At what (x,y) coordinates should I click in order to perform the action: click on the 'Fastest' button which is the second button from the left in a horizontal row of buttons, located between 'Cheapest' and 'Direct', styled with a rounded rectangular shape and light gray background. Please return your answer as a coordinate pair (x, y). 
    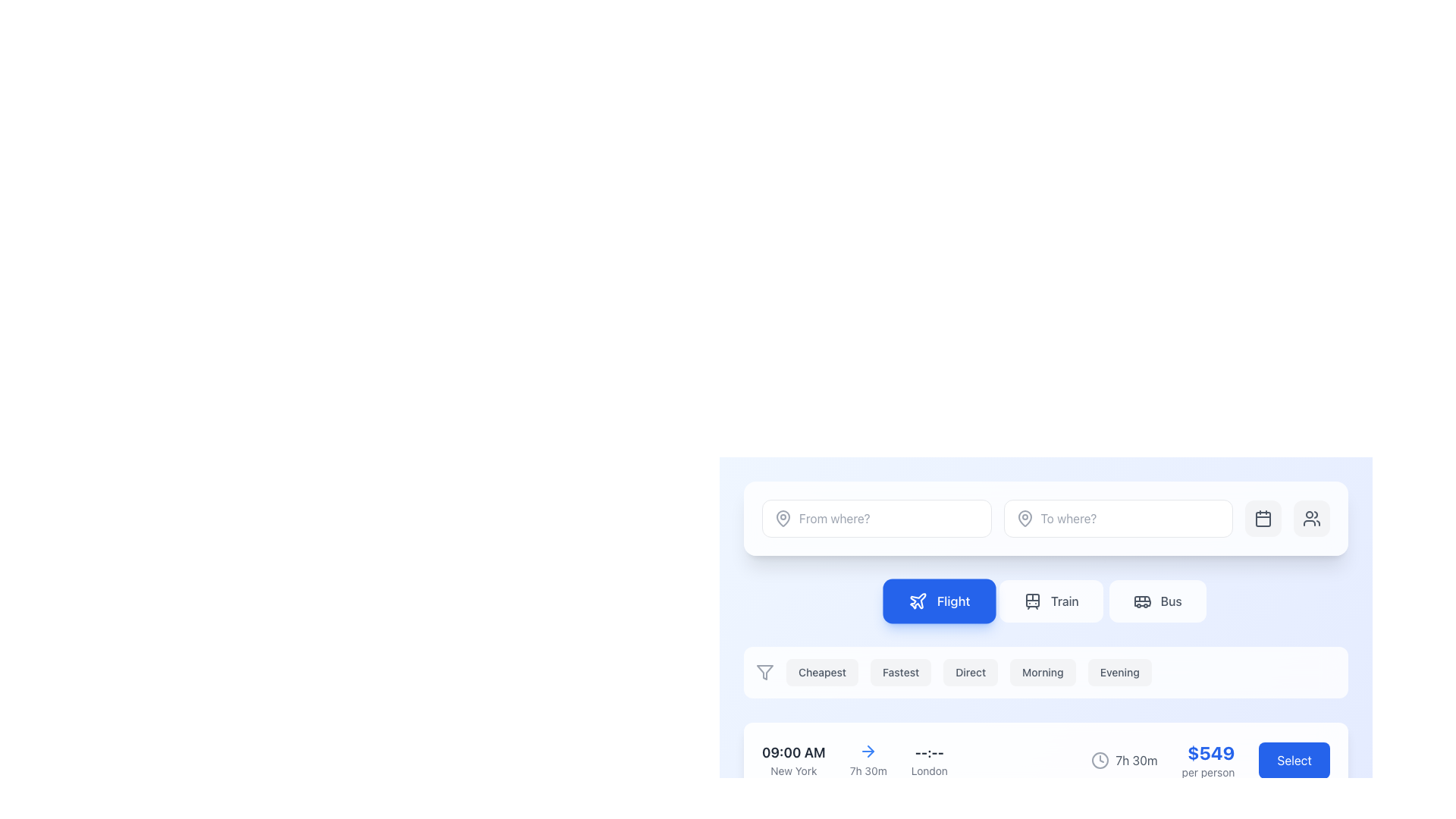
    Looking at the image, I should click on (901, 672).